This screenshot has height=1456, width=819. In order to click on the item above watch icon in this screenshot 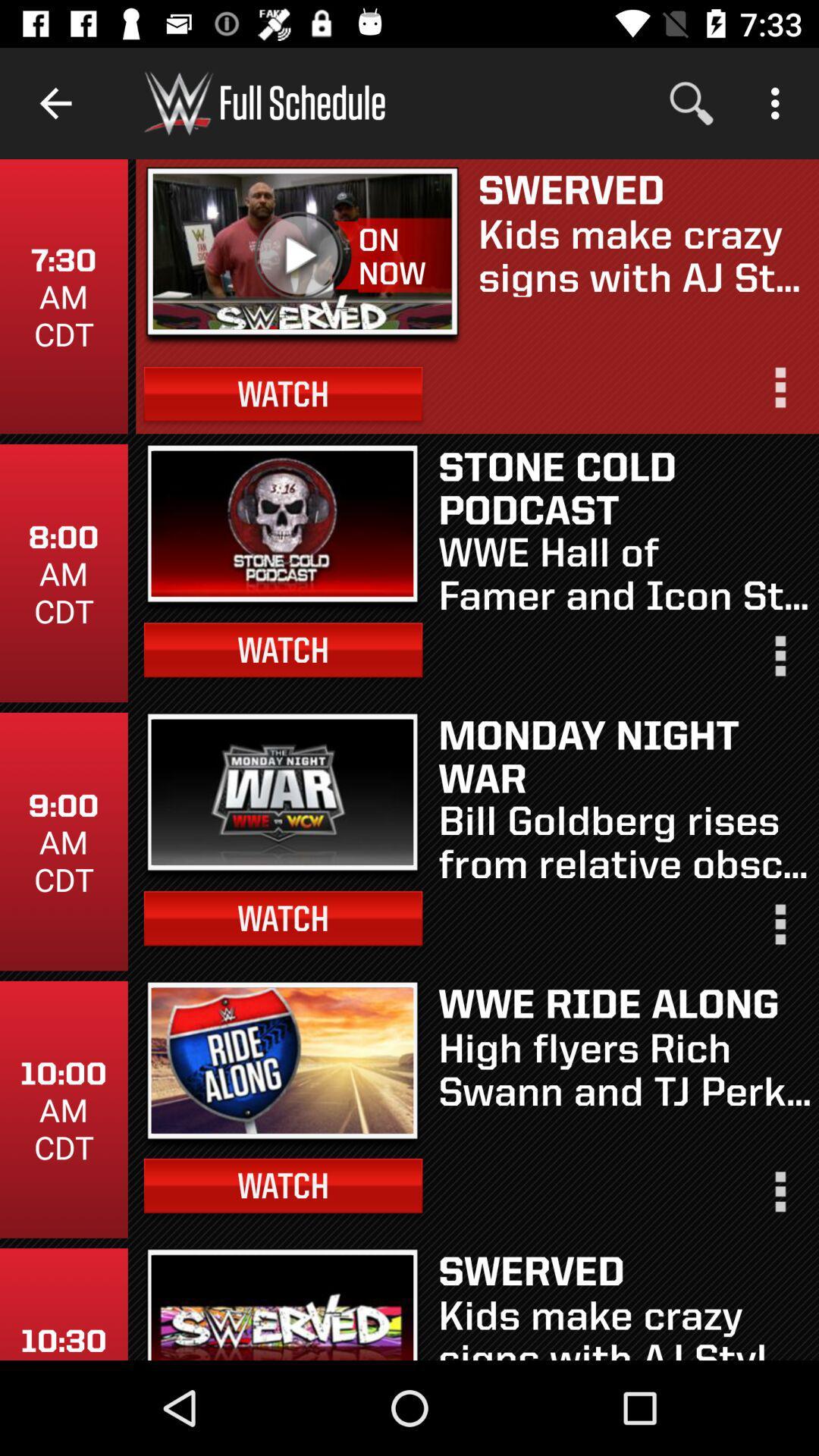, I will do `click(403, 256)`.